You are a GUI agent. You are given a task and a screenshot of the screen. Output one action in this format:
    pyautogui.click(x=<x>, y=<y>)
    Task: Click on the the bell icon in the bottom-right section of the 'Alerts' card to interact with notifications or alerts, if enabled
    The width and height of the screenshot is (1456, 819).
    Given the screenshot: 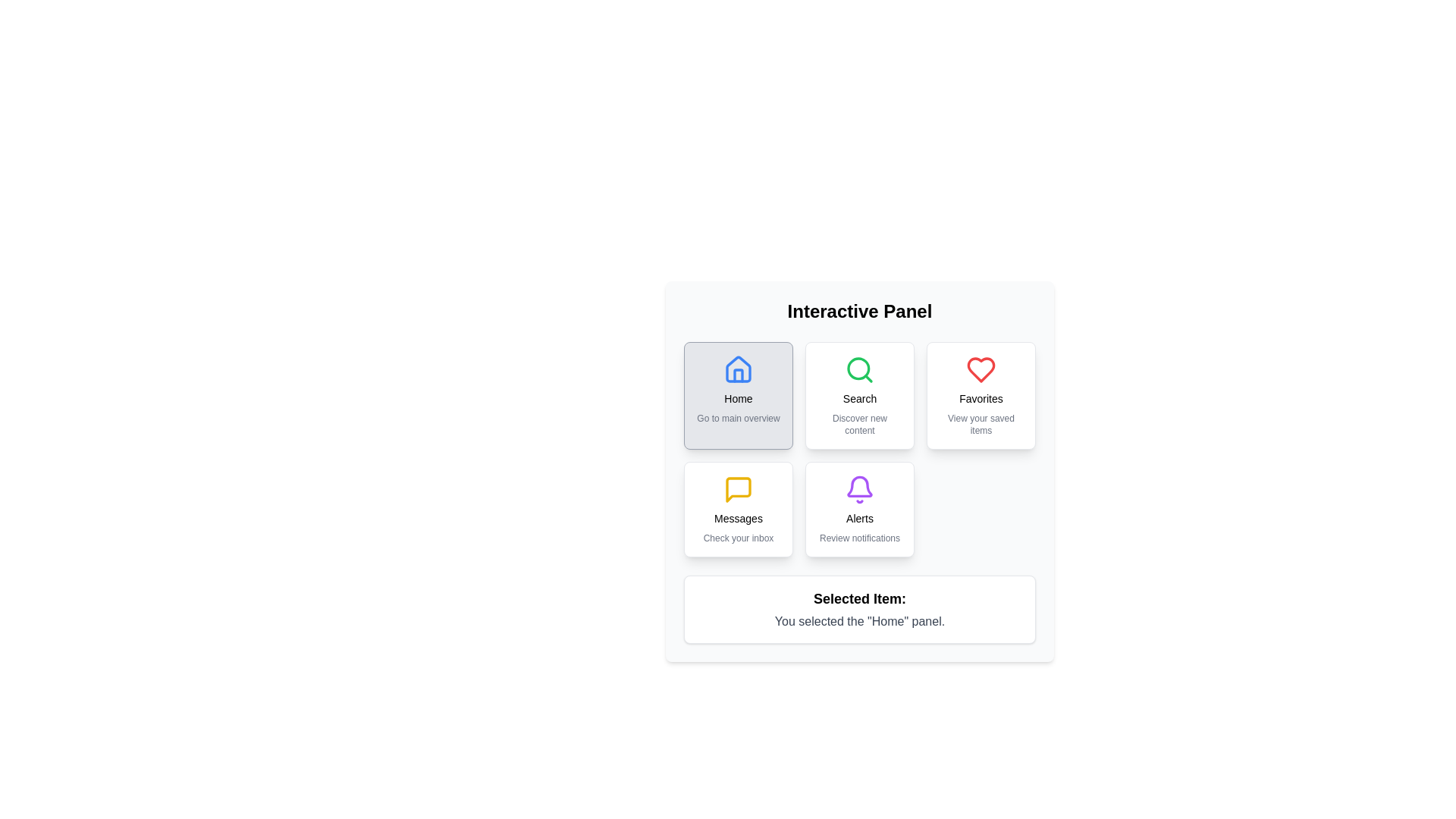 What is the action you would take?
    pyautogui.click(x=859, y=489)
    